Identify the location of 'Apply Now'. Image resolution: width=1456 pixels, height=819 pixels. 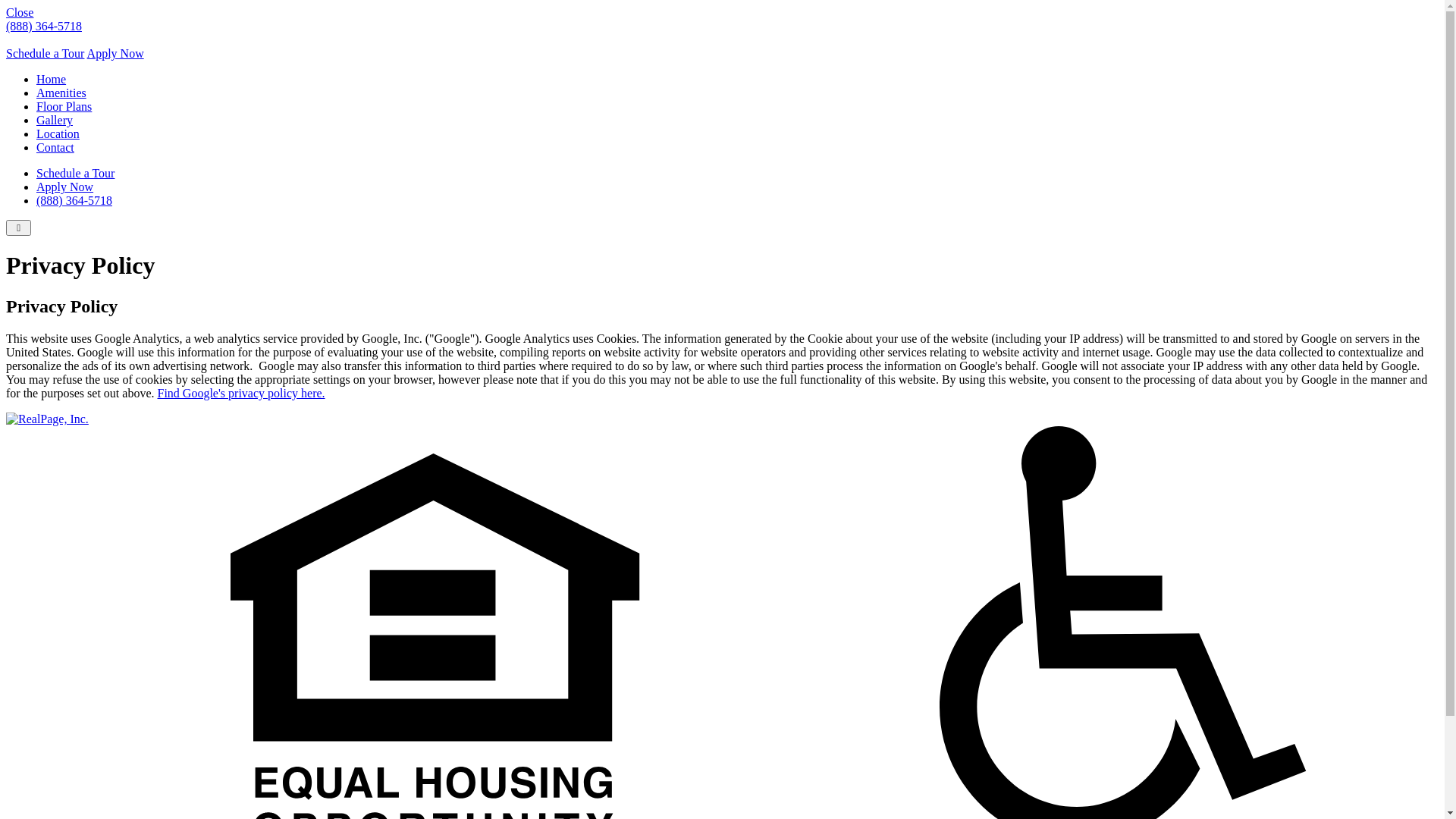
(115, 52).